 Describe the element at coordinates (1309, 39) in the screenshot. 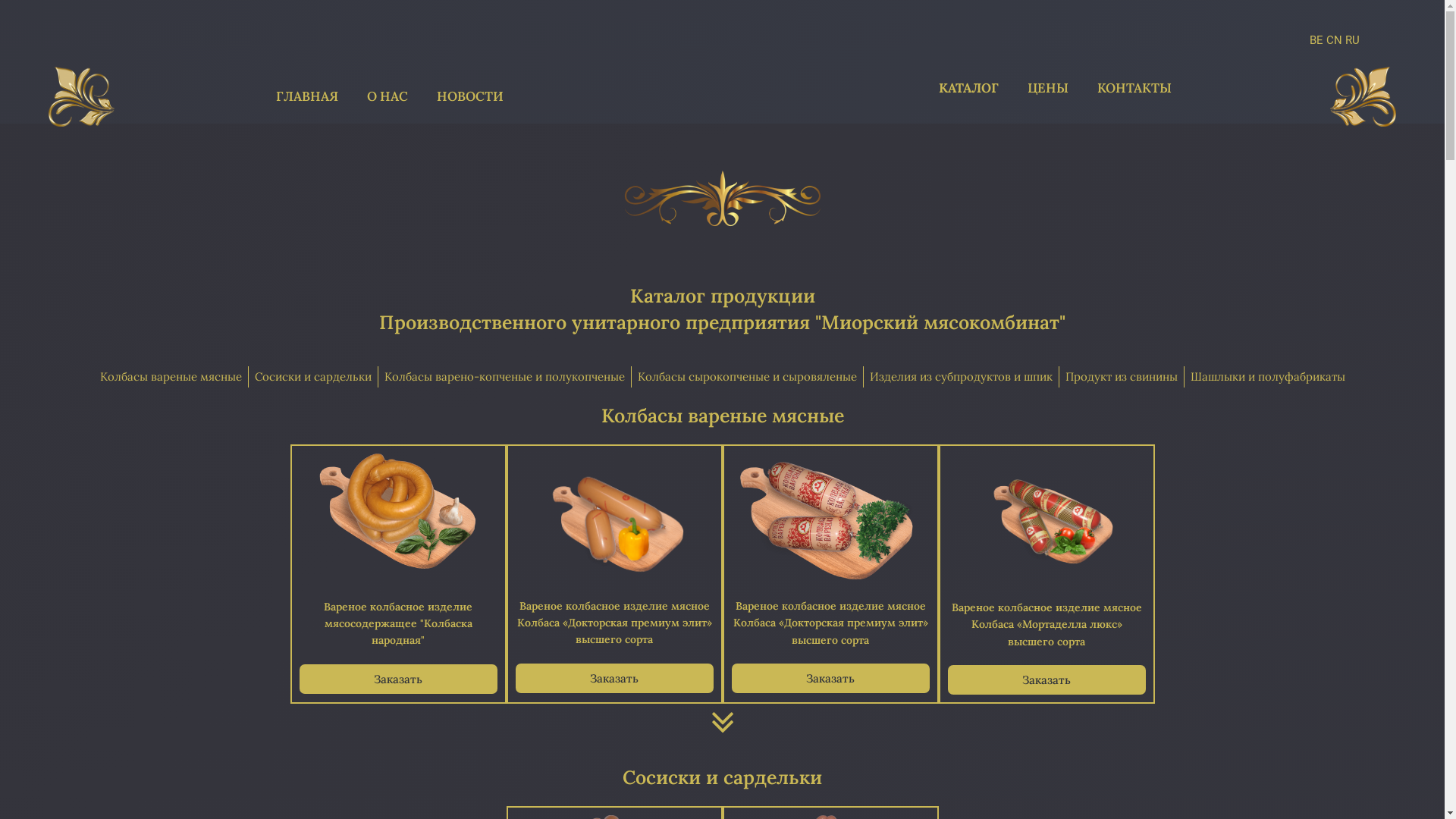

I see `'BE'` at that location.